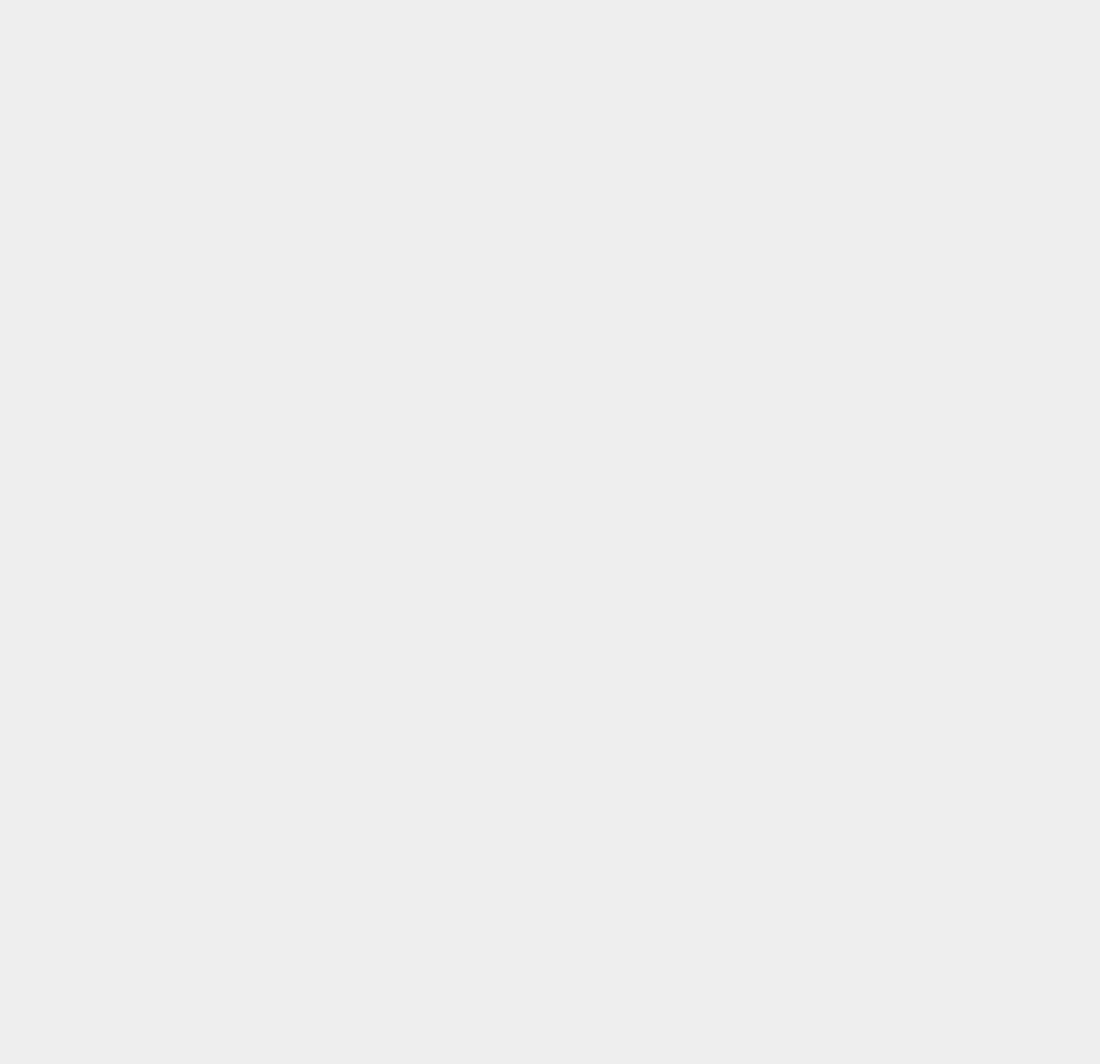 The height and width of the screenshot is (1064, 1100). I want to click on 'Windows Media Center', so click(778, 836).